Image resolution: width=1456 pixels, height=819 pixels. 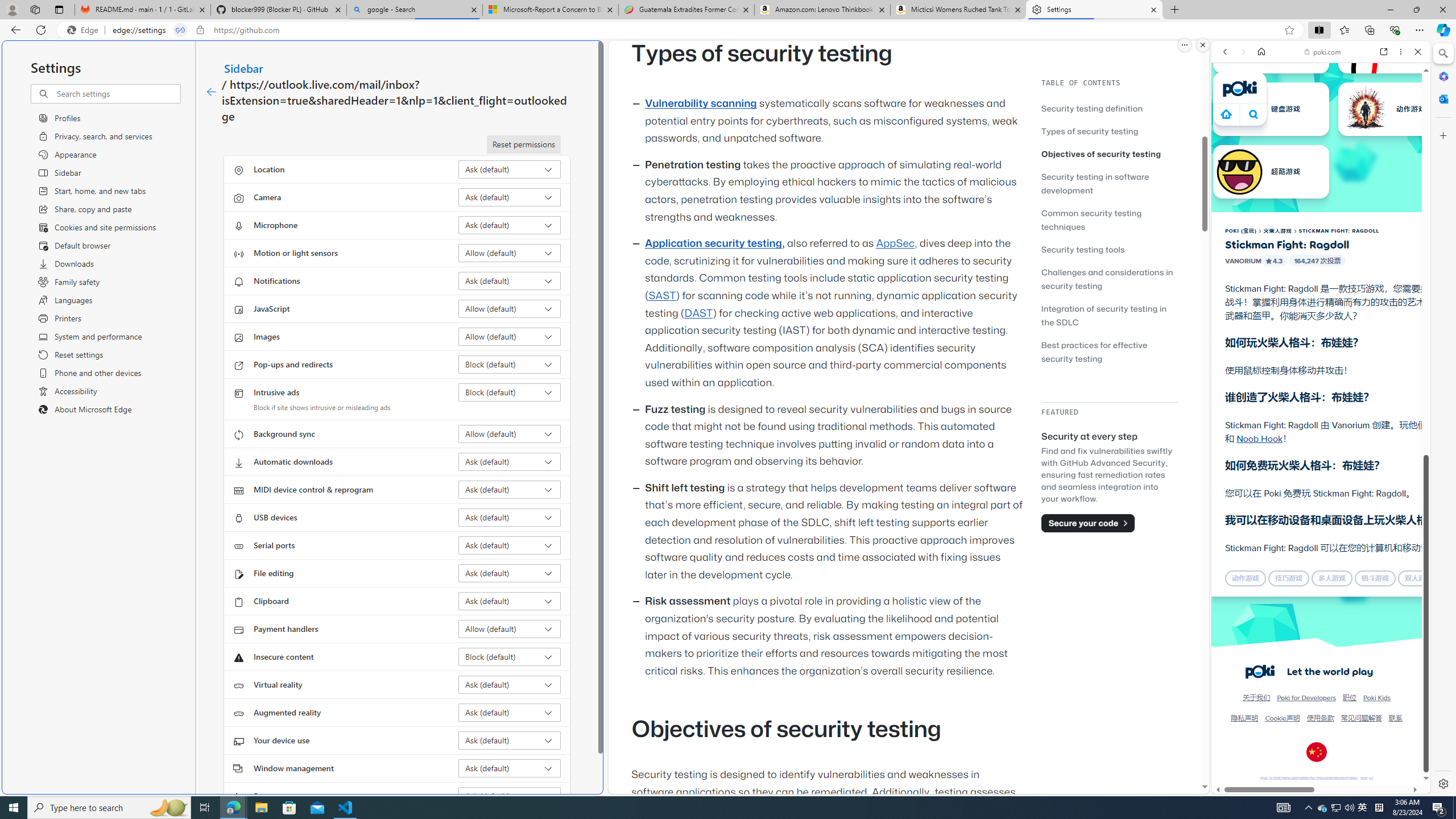 I want to click on 'Security testing tools', so click(x=1108, y=249).